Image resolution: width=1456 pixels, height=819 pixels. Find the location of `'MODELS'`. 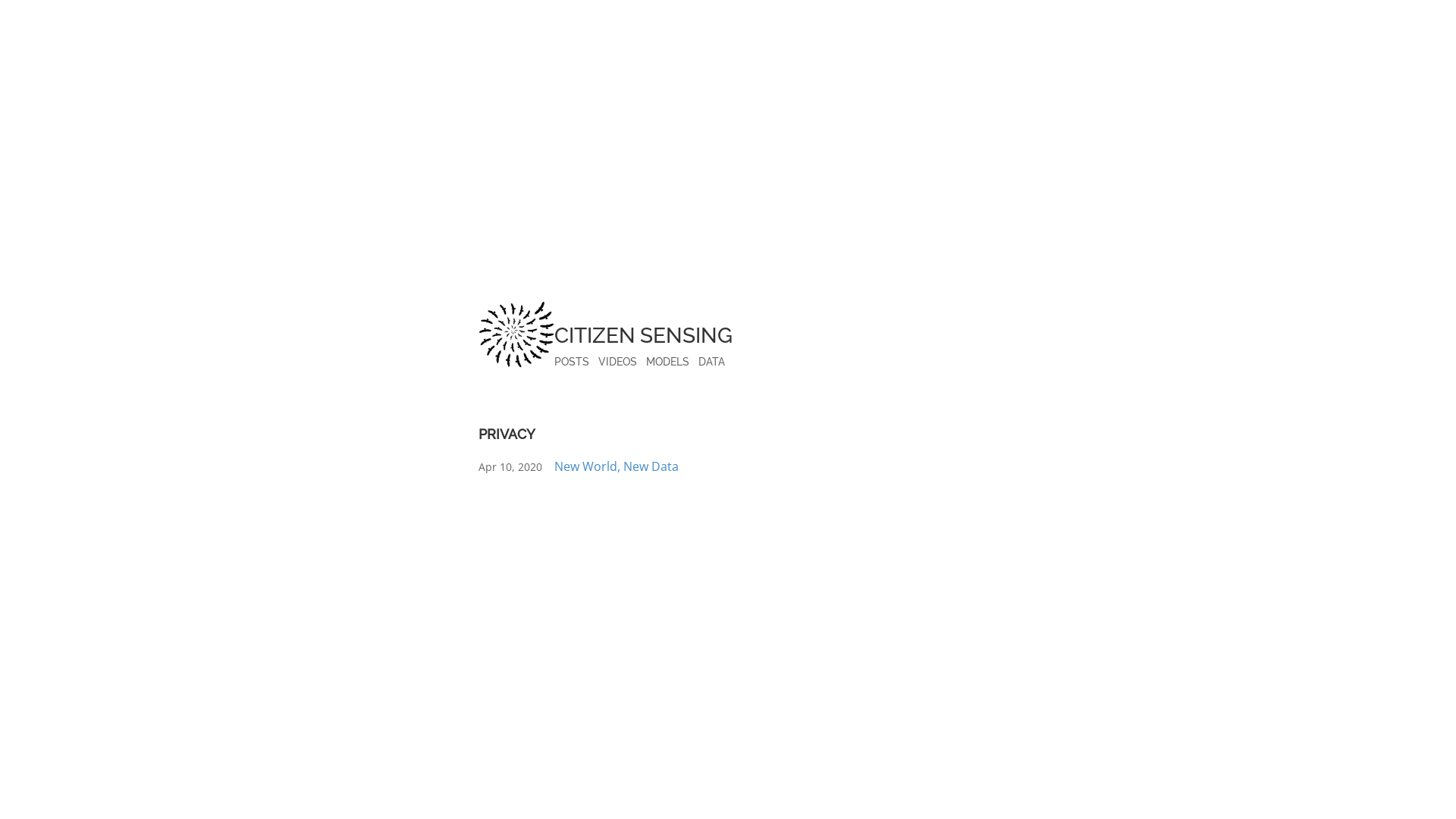

'MODELS' is located at coordinates (667, 362).